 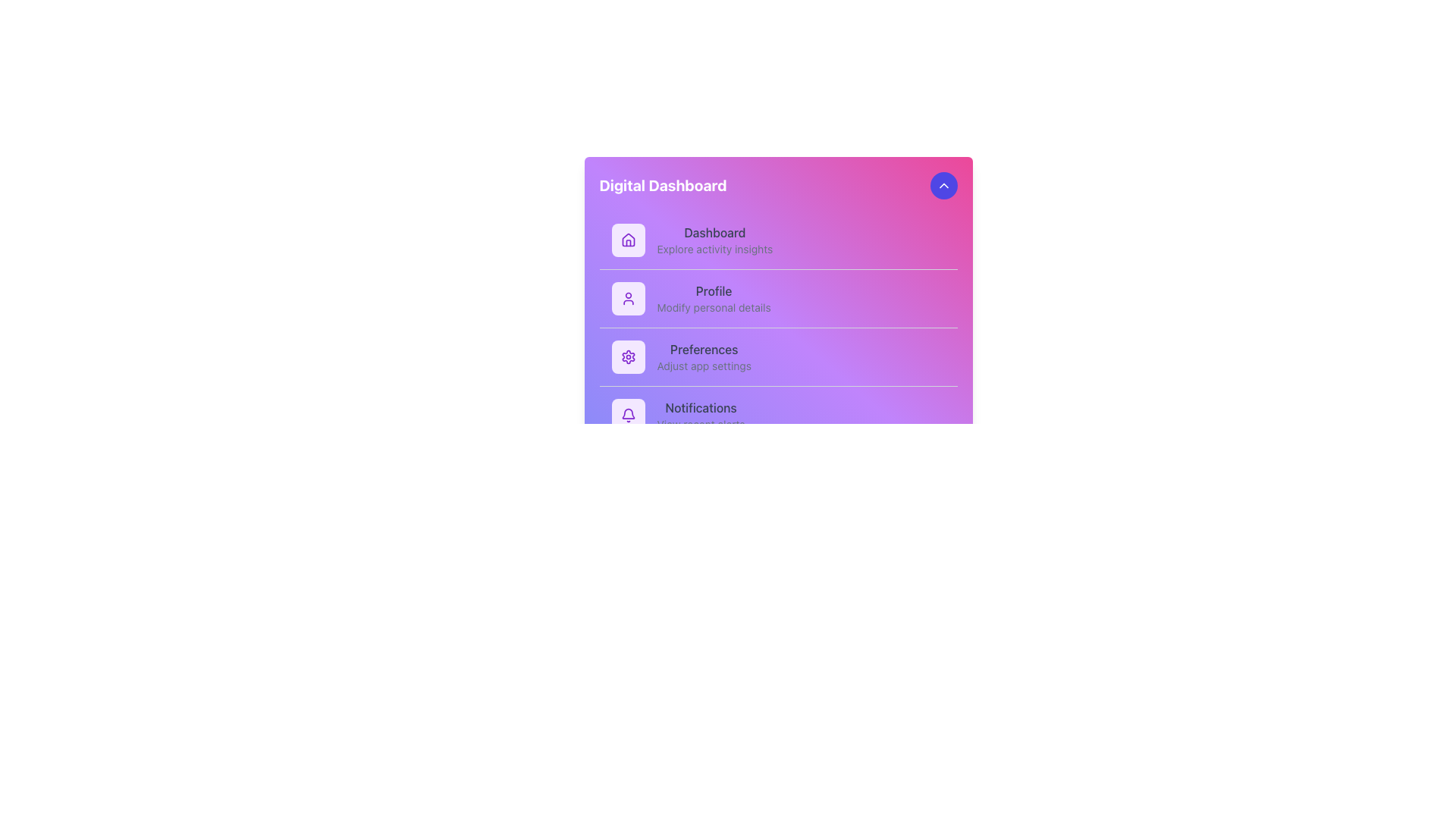 What do you see at coordinates (714, 233) in the screenshot?
I see `the 'Dashboard' text label located at the top of the vertical menu panel, adjacent to the home icon` at bounding box center [714, 233].